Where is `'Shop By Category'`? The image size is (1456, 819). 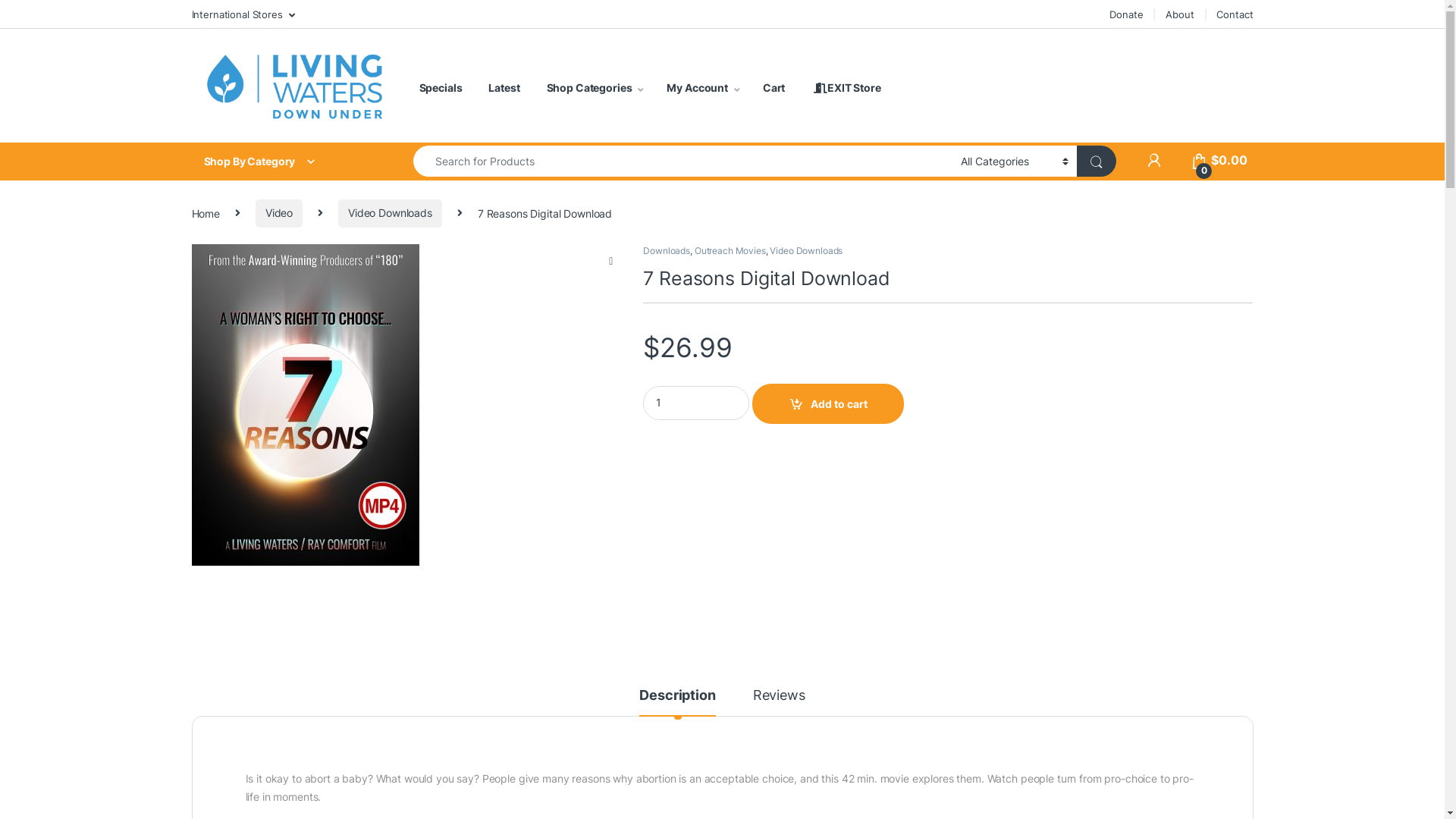
'Shop By Category' is located at coordinates (287, 161).